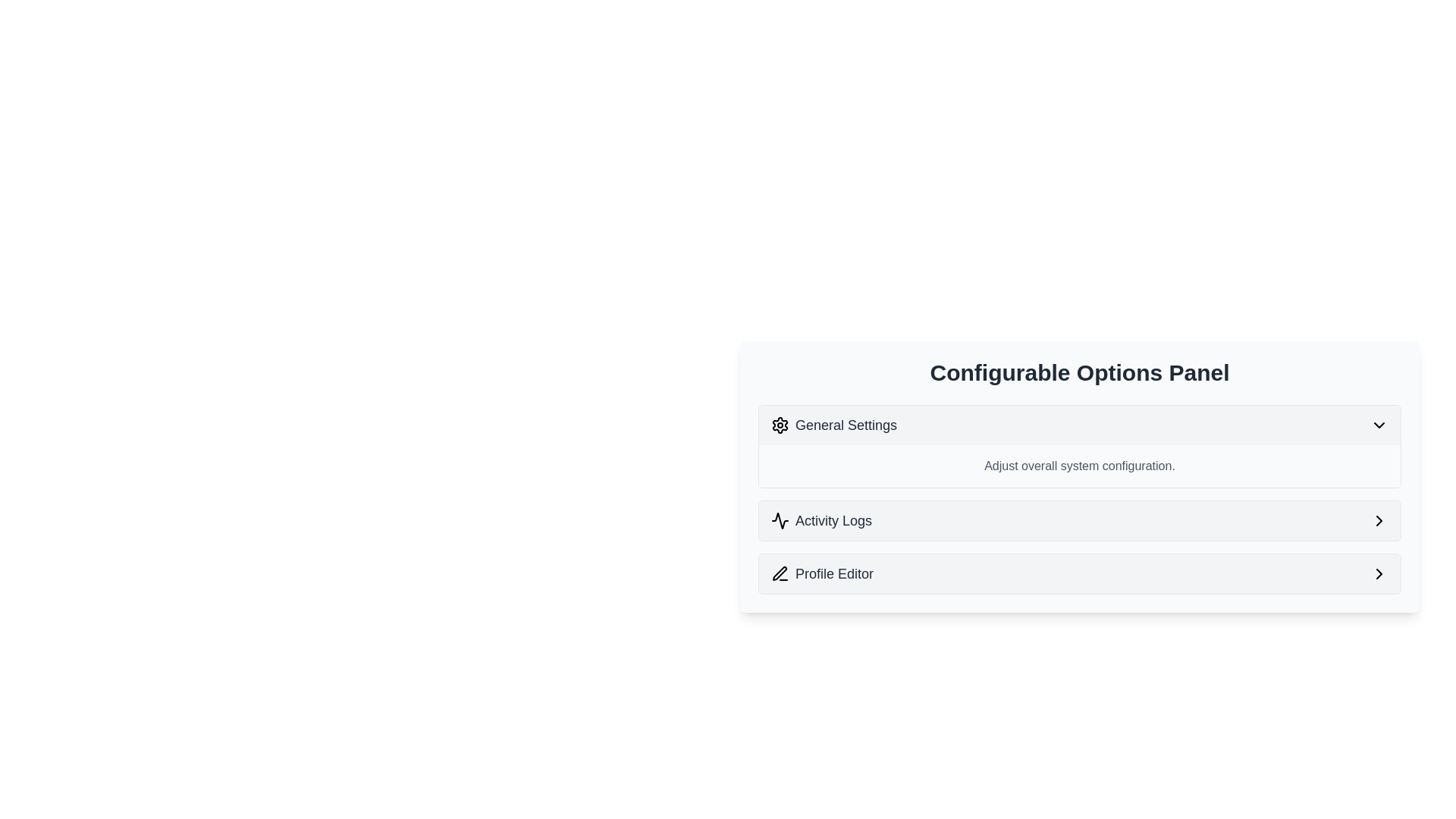  Describe the element at coordinates (833, 425) in the screenshot. I see `the Label with Icon that represents the section for configuring general settings within the application, located at the topmost position of the options panel` at that location.